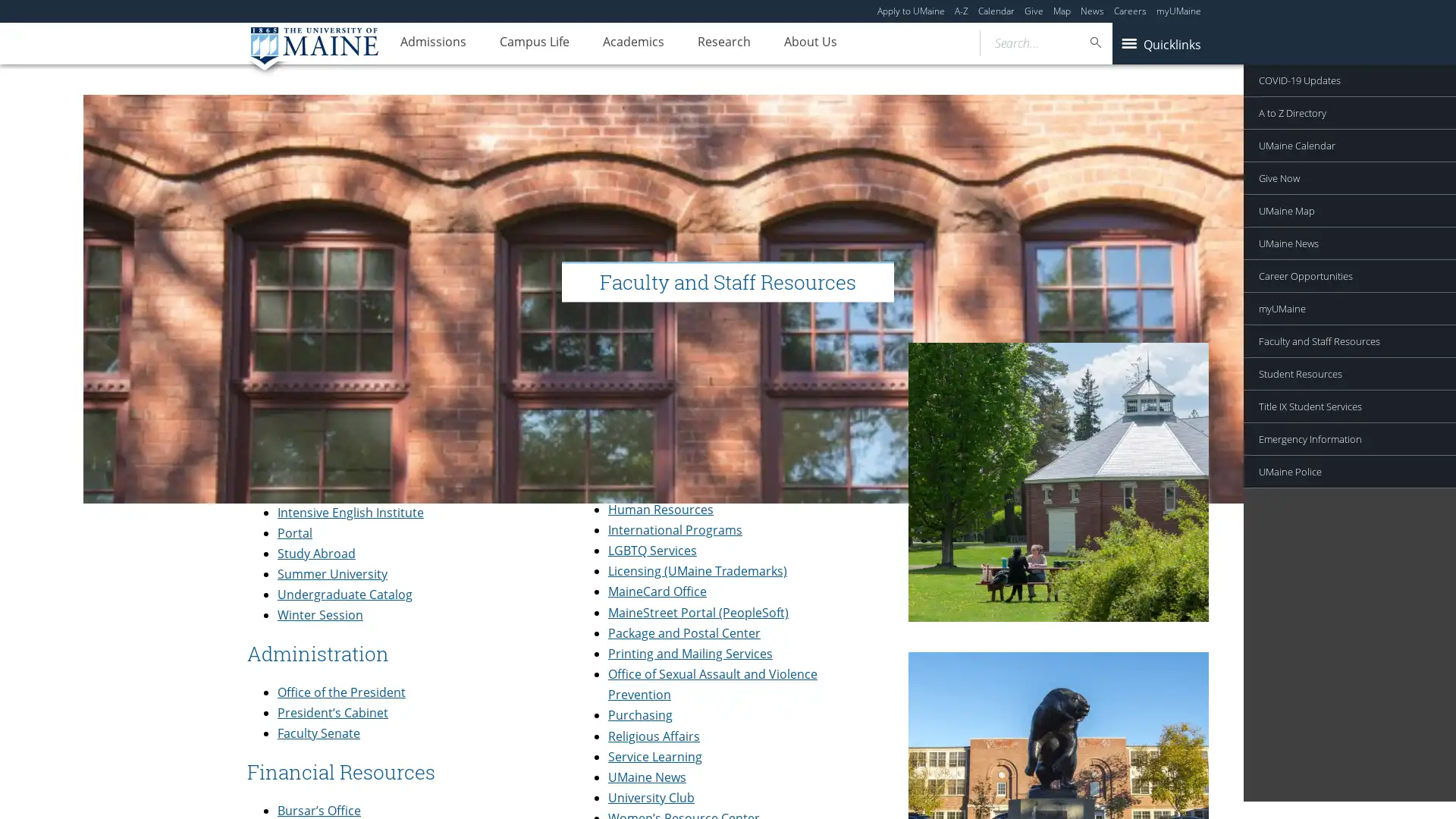  I want to click on Quicklinks, so click(1159, 42).